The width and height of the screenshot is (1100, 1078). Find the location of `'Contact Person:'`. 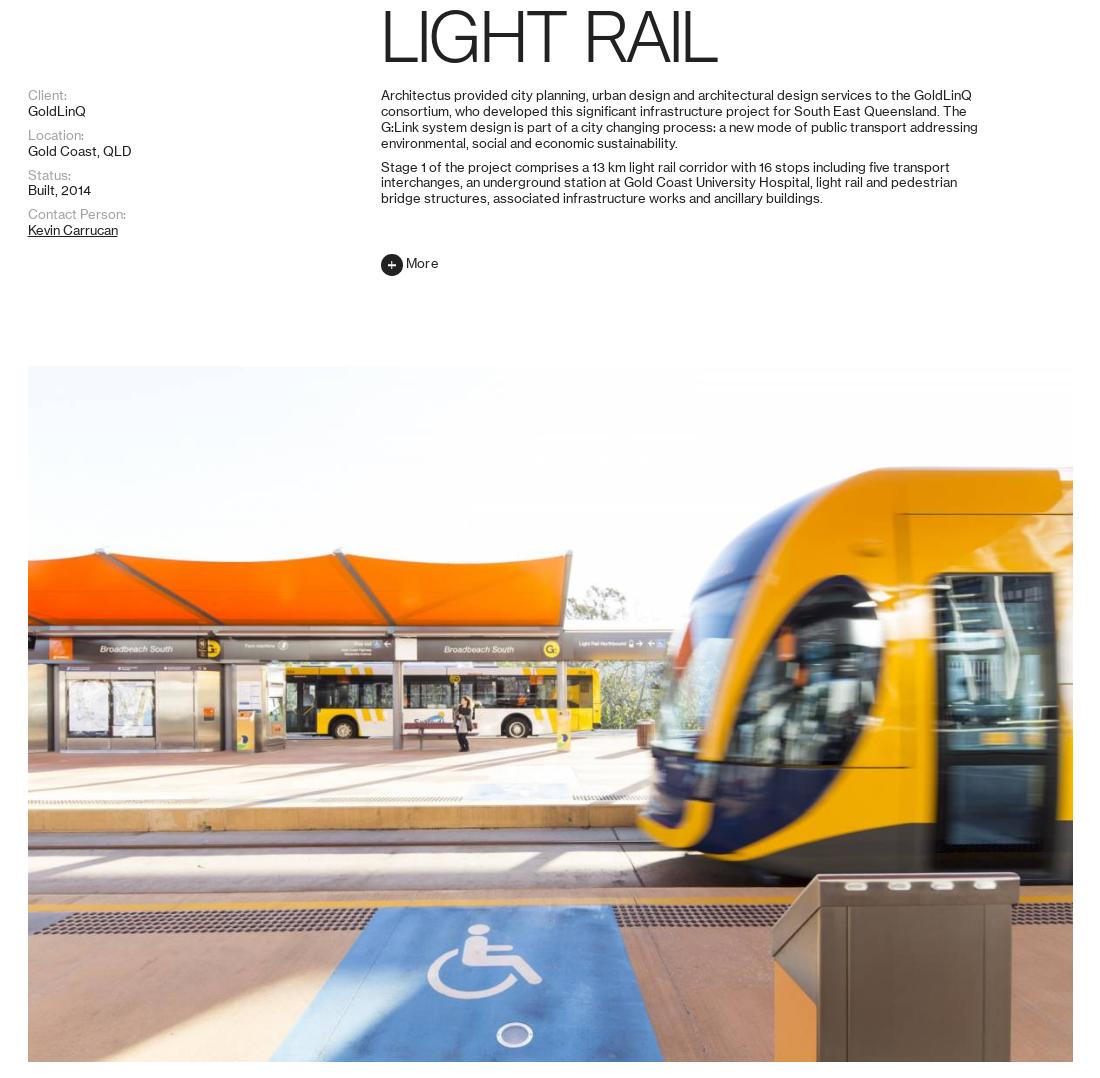

'Contact Person:' is located at coordinates (25, 1008).